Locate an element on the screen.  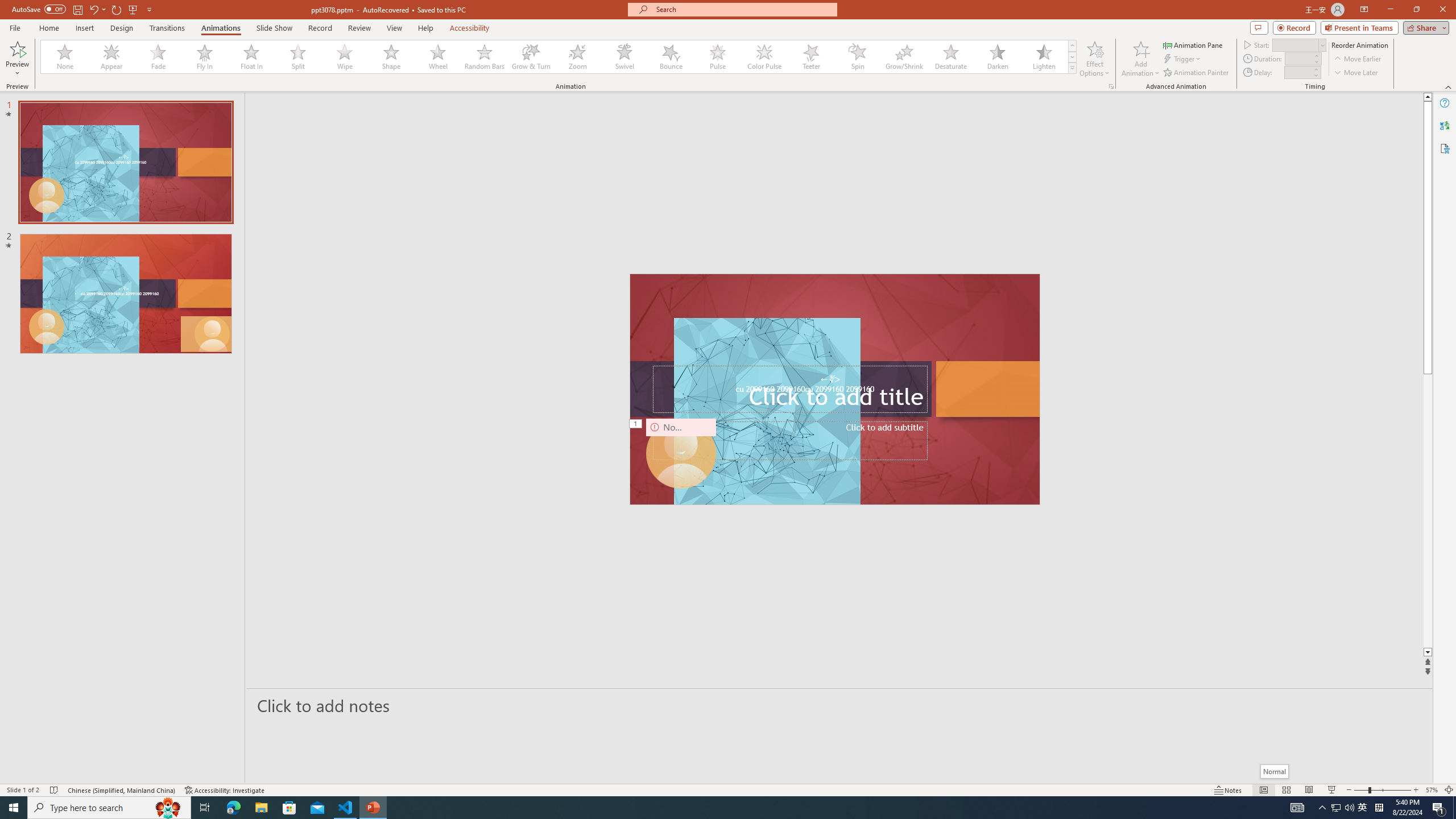
'Zoom 57%' is located at coordinates (1431, 790).